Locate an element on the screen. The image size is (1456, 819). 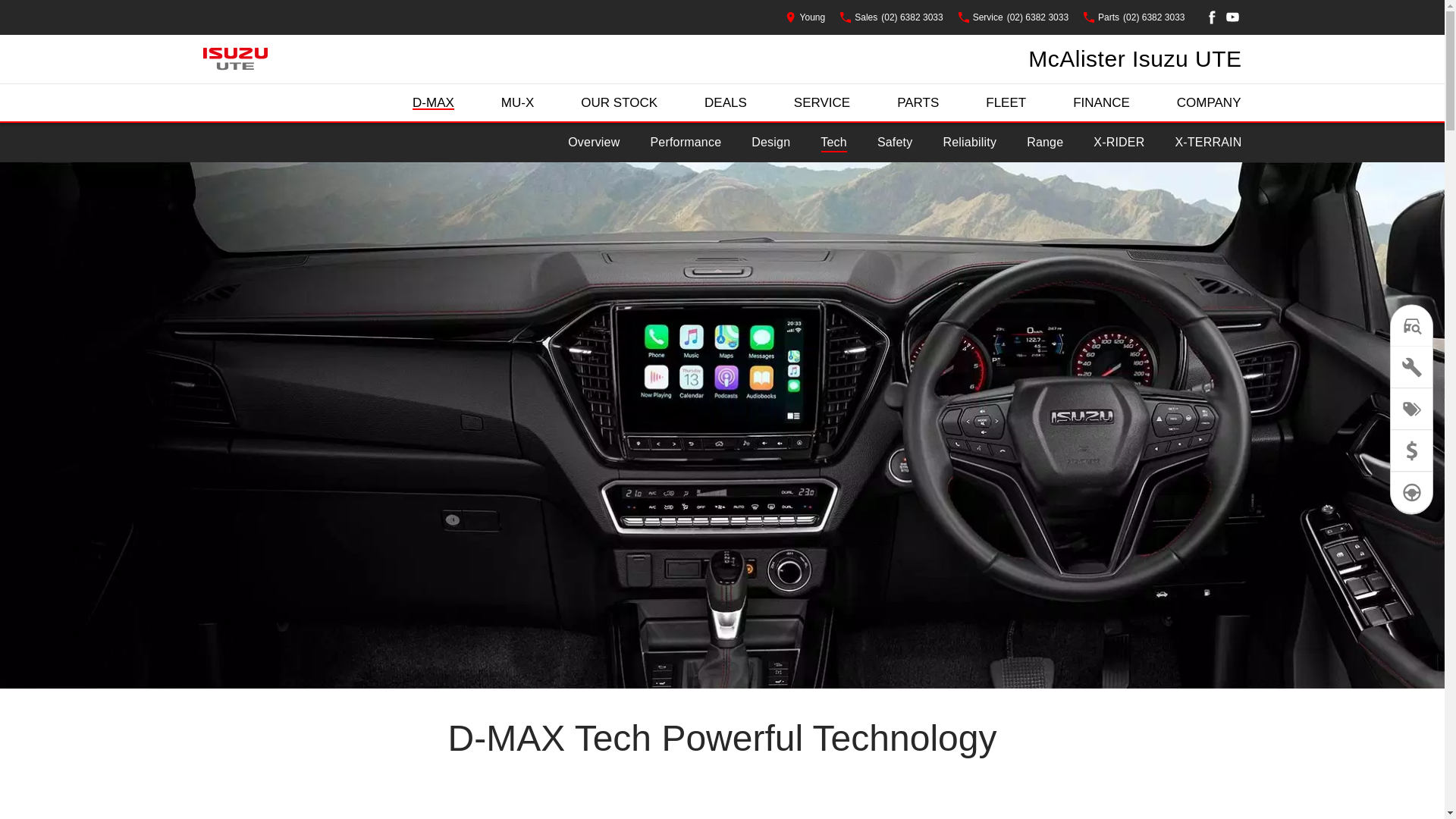
'Parts is located at coordinates (1134, 17).